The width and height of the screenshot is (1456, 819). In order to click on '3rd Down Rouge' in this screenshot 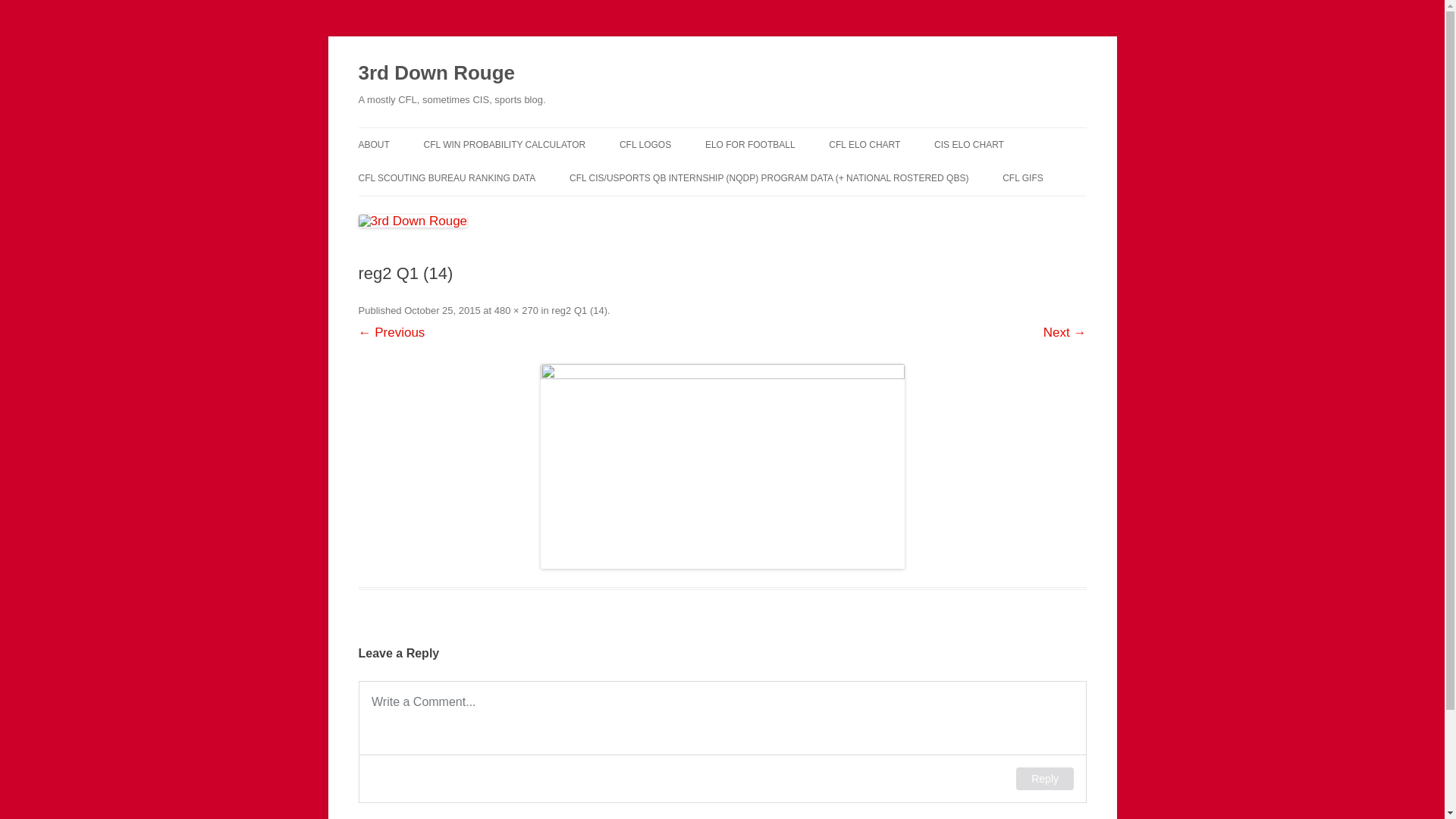, I will do `click(435, 73)`.